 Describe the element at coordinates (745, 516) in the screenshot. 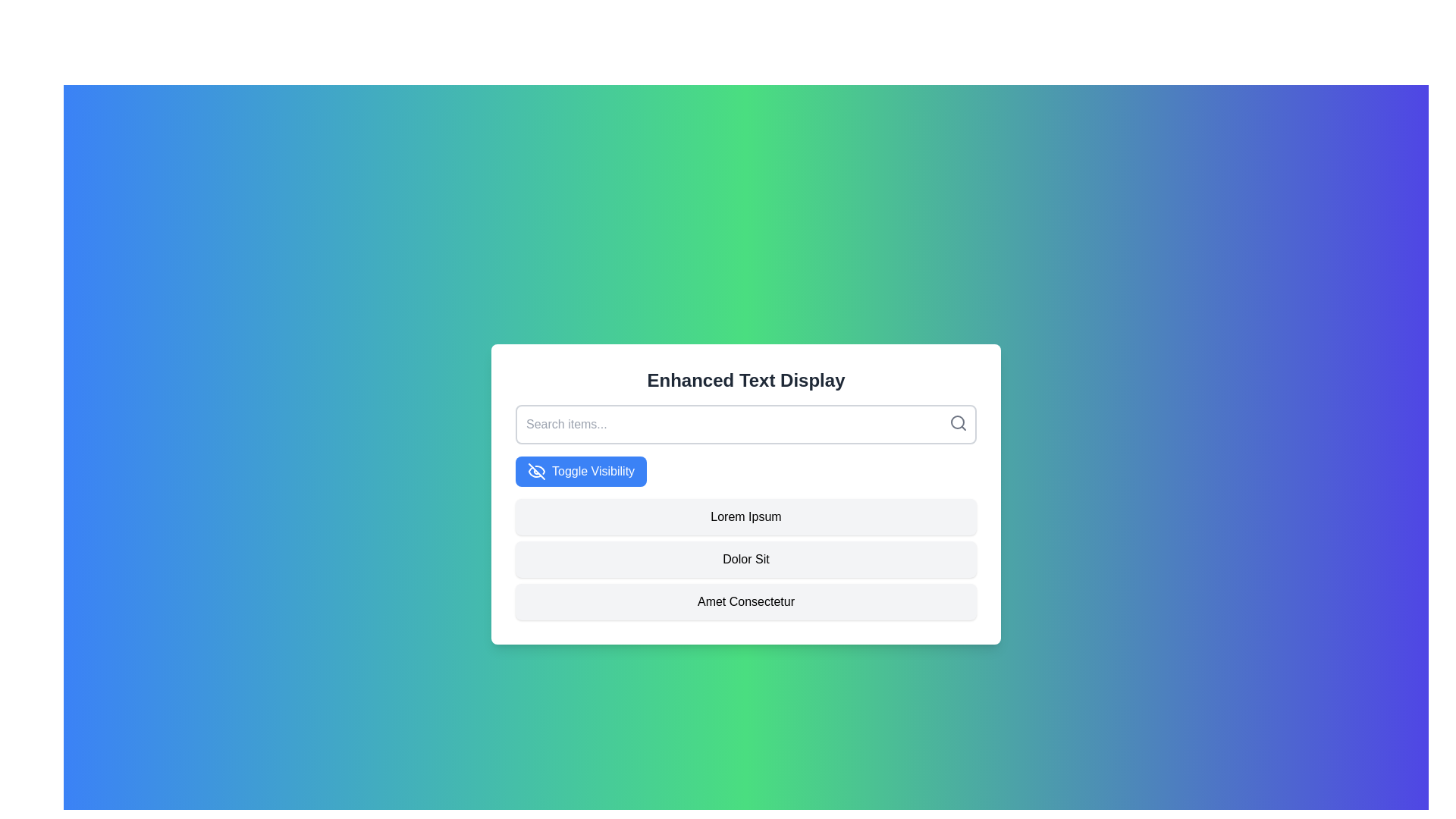

I see `the 'Lorem Ipsum' button, which is the first button in a vertical stack of three buttons` at that location.